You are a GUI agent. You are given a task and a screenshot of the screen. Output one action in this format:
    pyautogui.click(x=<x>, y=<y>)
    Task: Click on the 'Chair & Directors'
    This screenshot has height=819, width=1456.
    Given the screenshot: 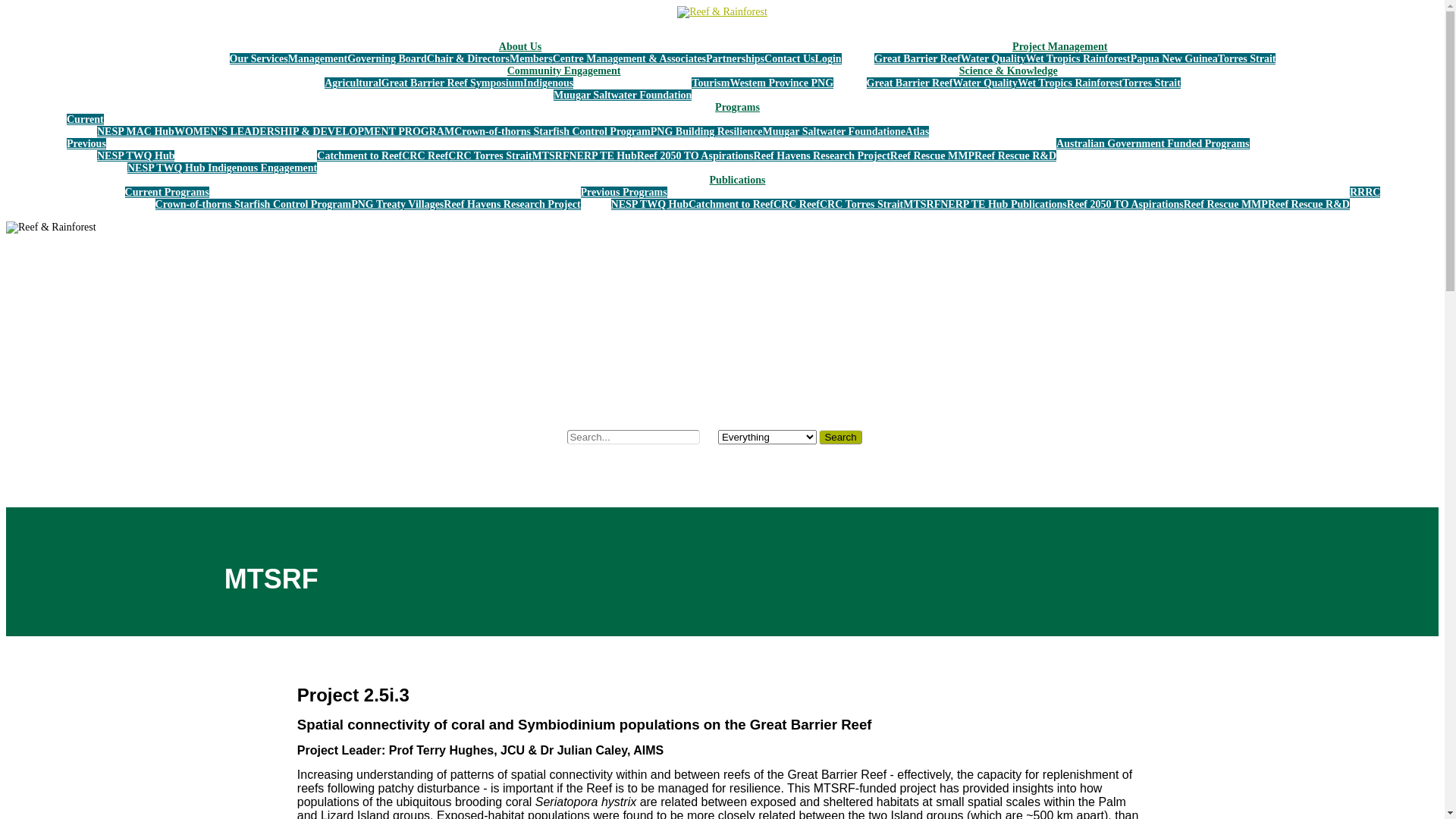 What is the action you would take?
    pyautogui.click(x=467, y=58)
    